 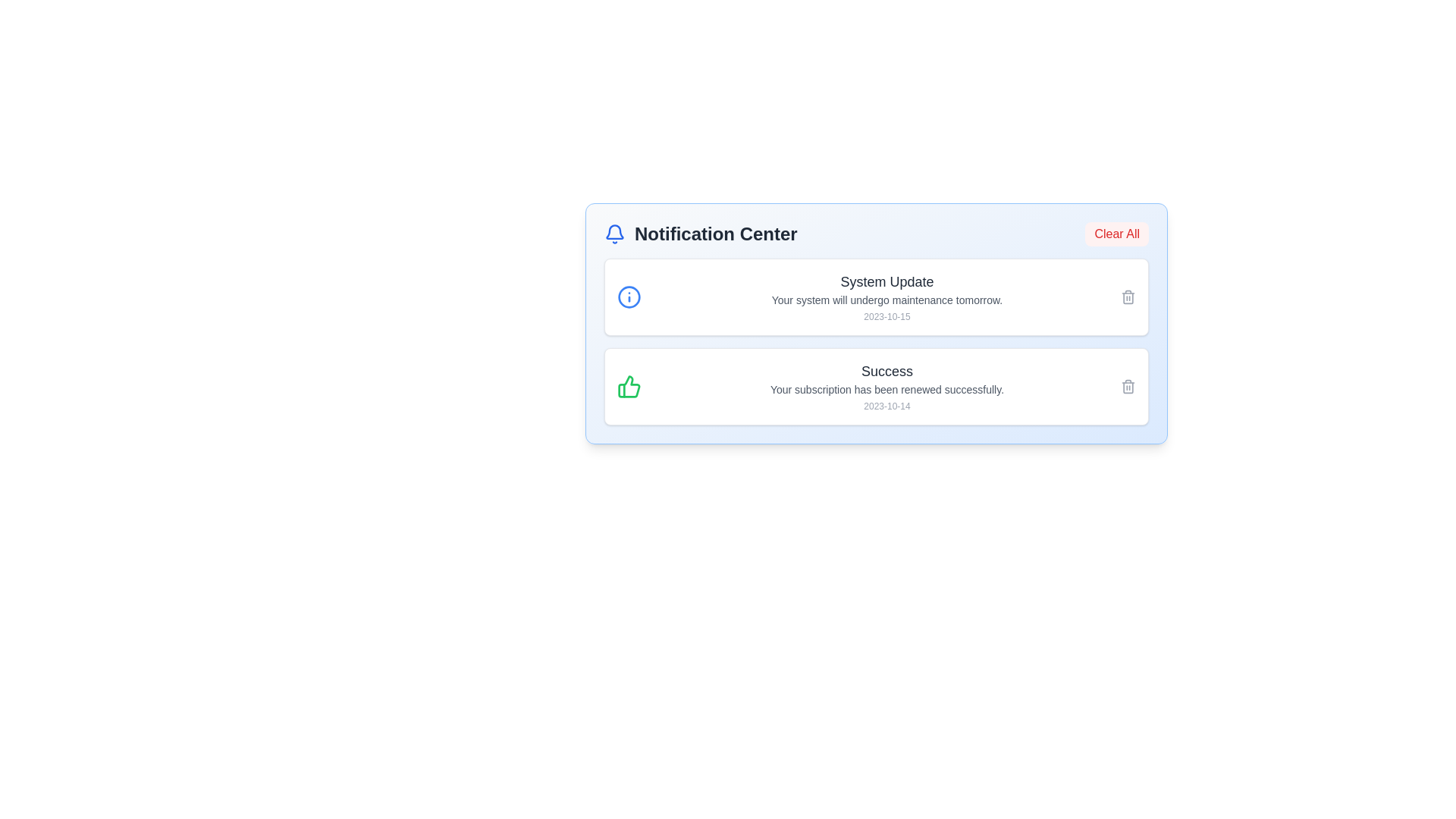 What do you see at coordinates (887, 281) in the screenshot?
I see `the 'System Update' text label, which is displayed in a larger, bold font and gray shade at the top of the notification card in the Notification Center` at bounding box center [887, 281].